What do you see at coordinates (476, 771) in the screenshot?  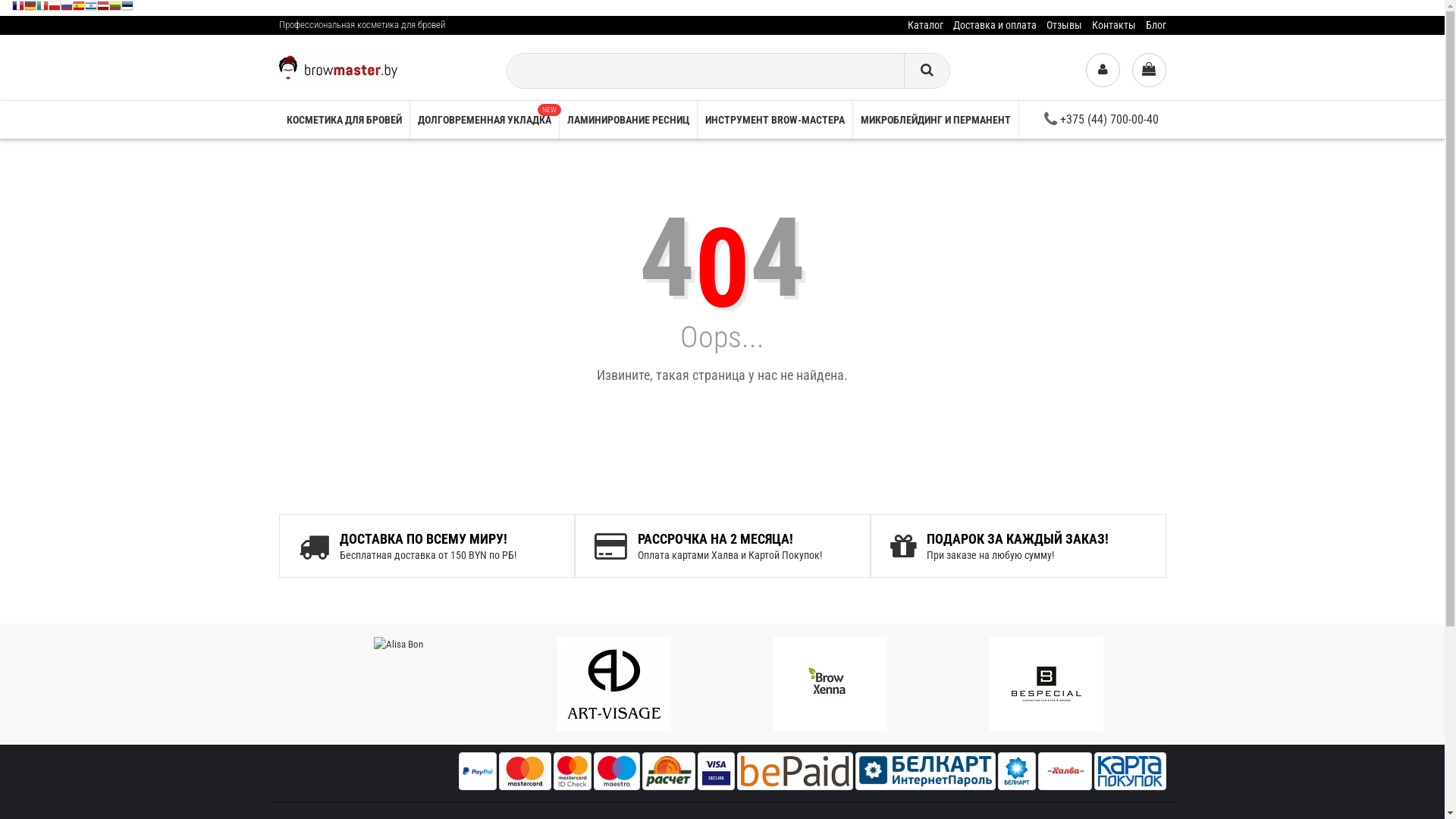 I see `'PayPal'` at bounding box center [476, 771].